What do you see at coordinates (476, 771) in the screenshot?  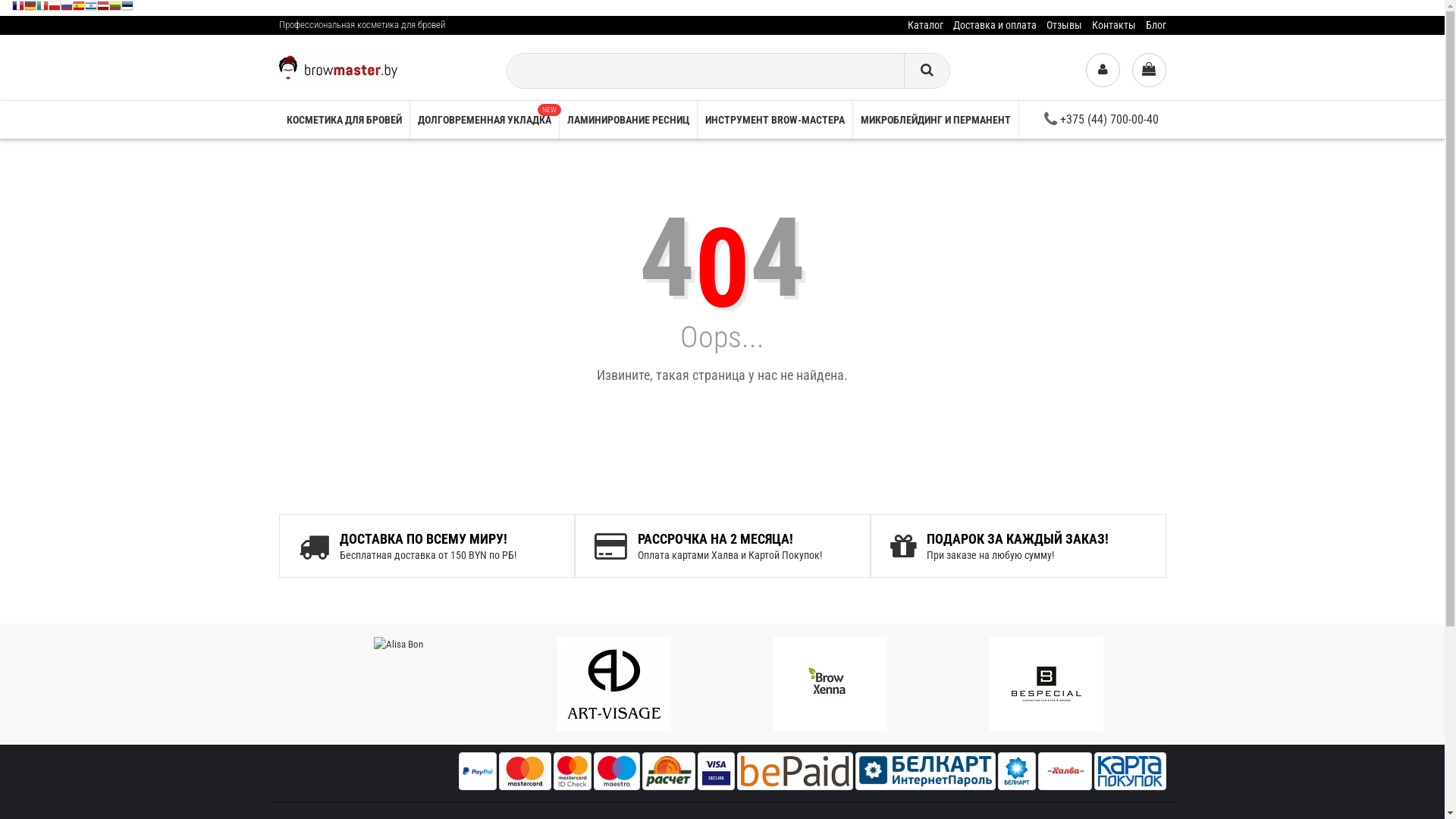 I see `'PayPal'` at bounding box center [476, 771].